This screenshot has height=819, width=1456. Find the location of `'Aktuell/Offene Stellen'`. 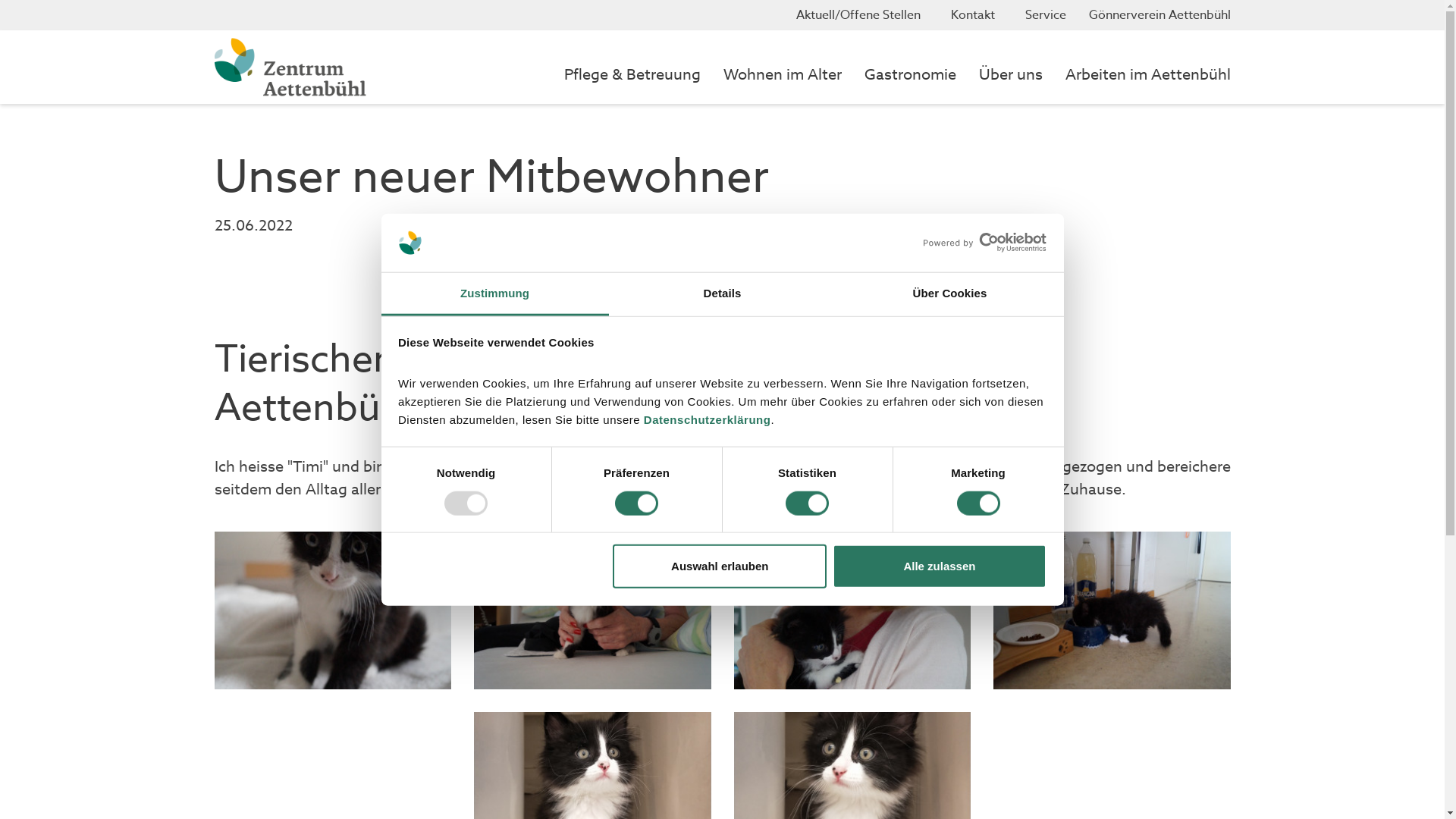

'Aktuell/Offene Stellen' is located at coordinates (862, 14).